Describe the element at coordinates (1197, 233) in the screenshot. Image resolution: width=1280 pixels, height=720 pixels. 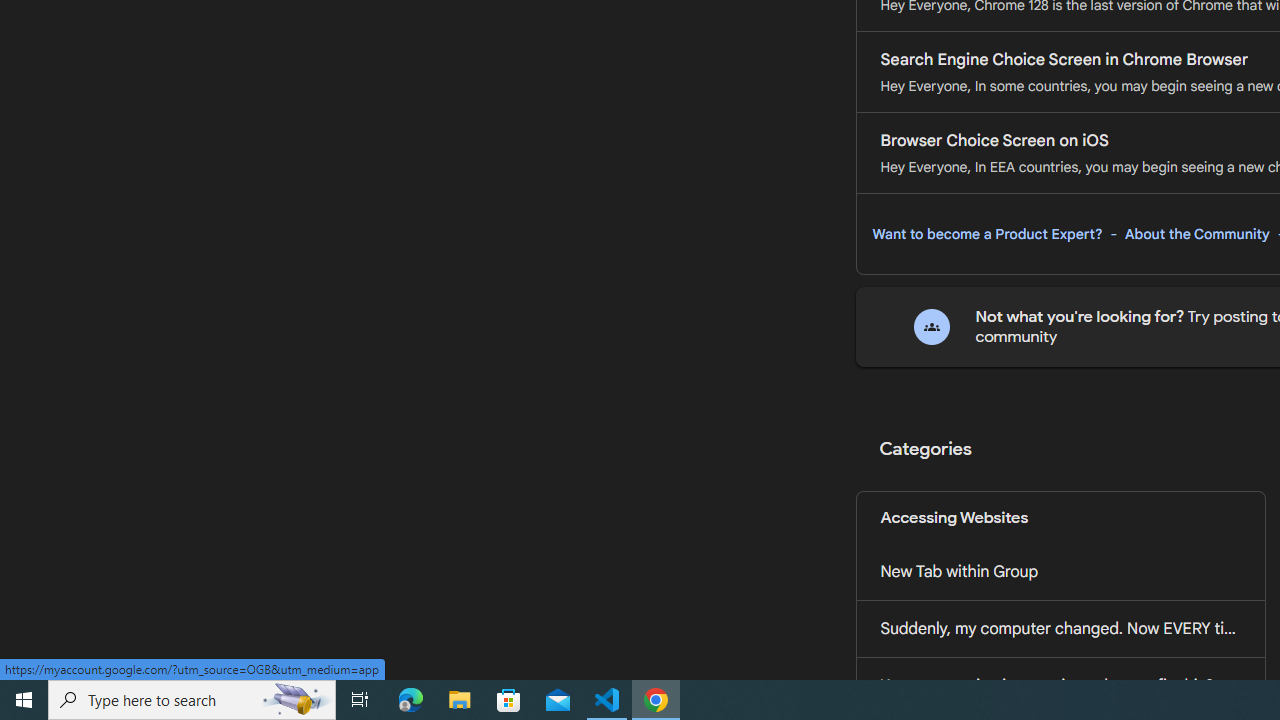
I see `'About the Community'` at that location.